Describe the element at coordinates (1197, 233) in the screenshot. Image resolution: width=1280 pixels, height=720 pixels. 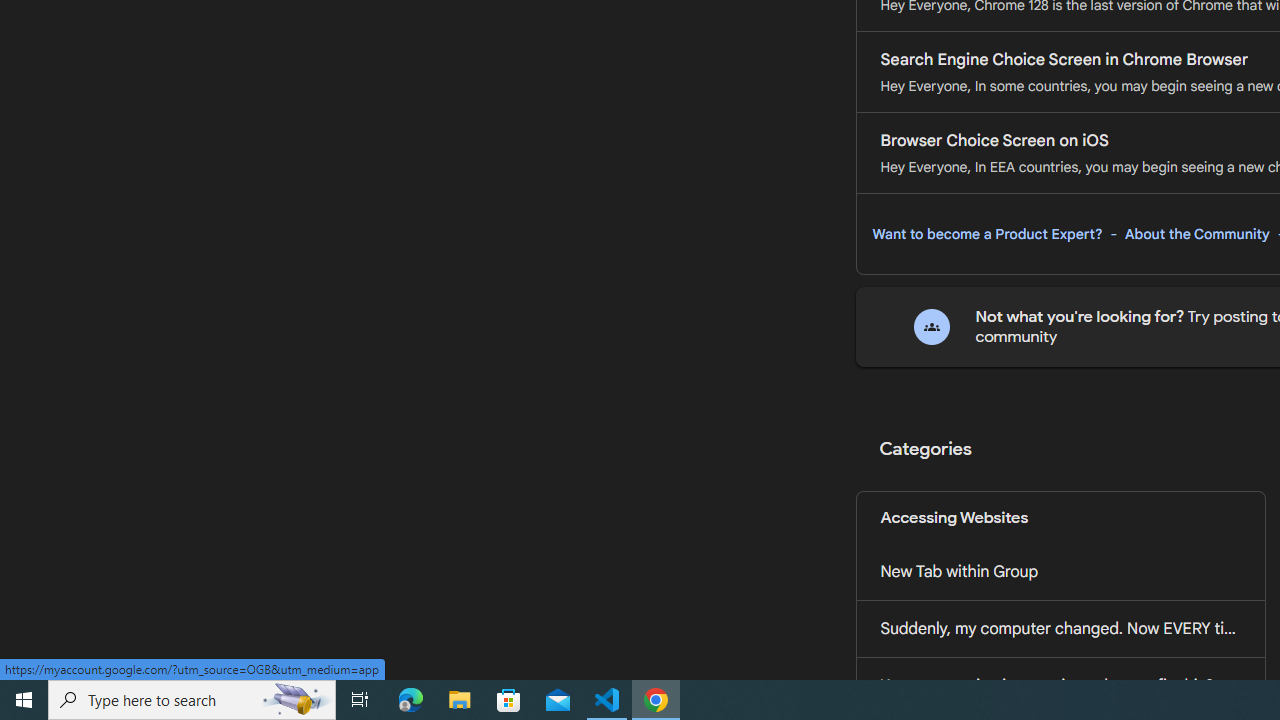
I see `'About the Community'` at that location.